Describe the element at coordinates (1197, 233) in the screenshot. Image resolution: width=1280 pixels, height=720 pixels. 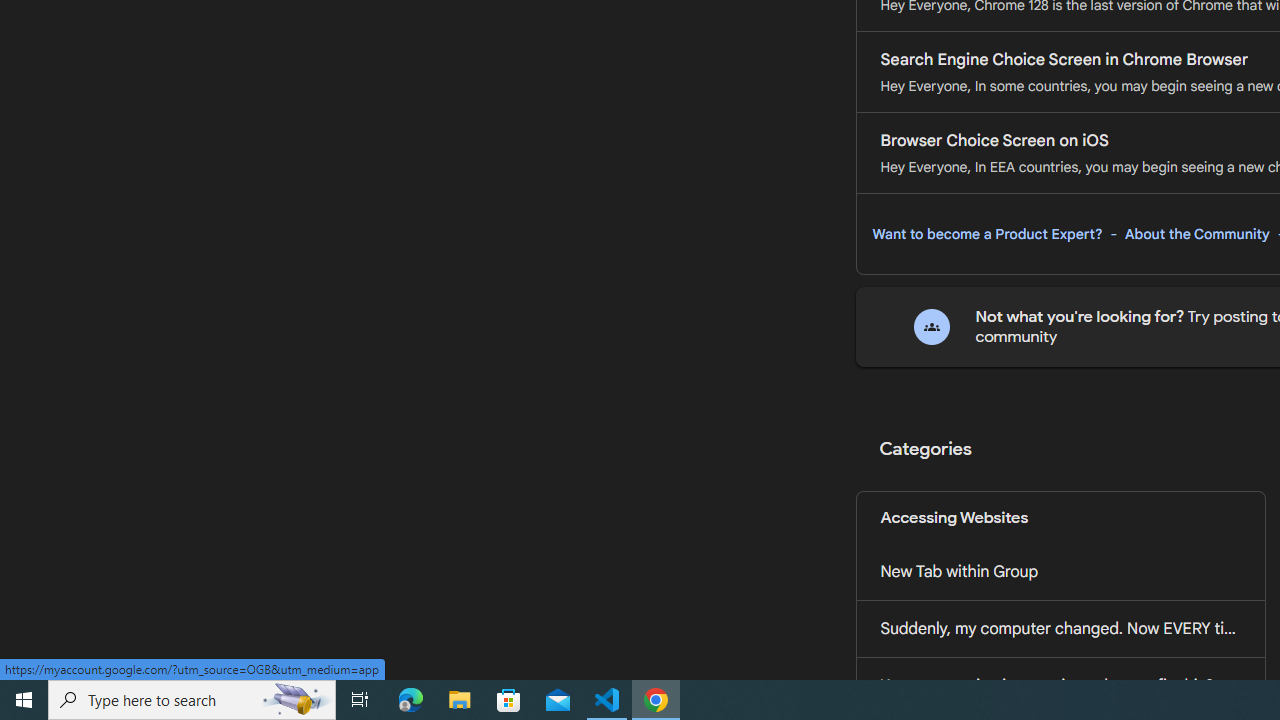
I see `'About the Community'` at that location.